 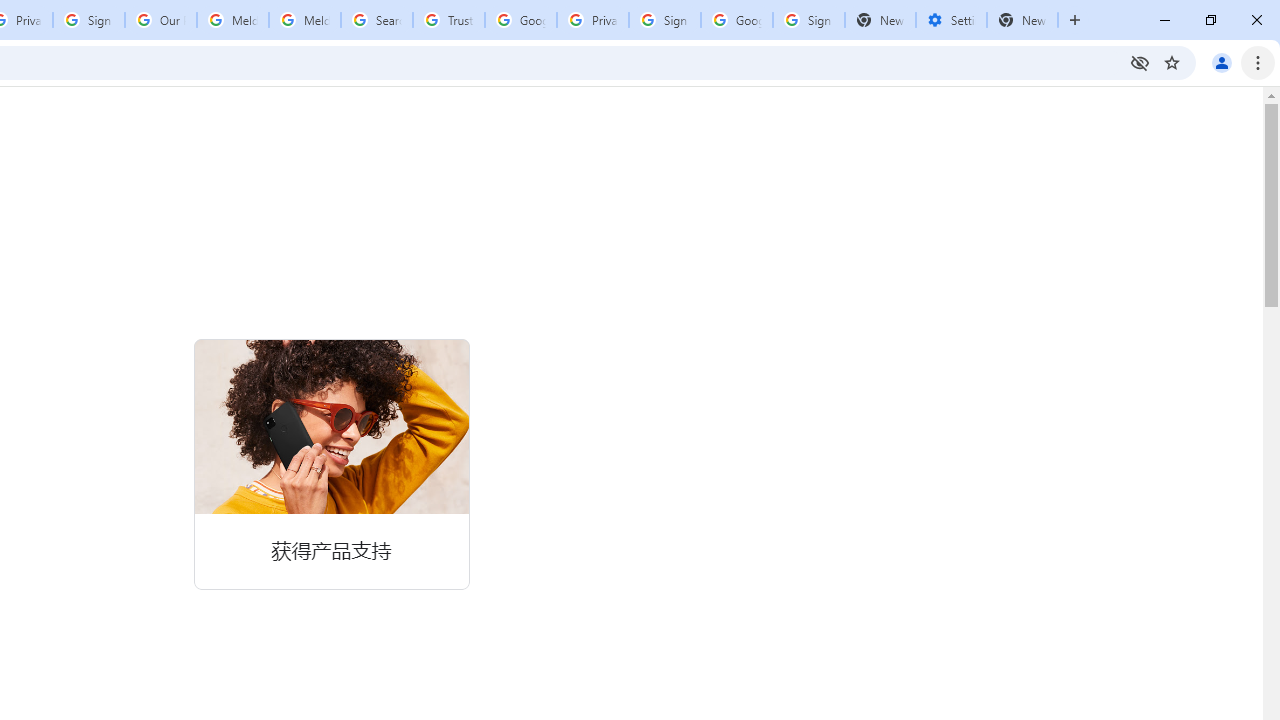 I want to click on 'Trusted Information and Content - Google Safety Center', so click(x=448, y=20).